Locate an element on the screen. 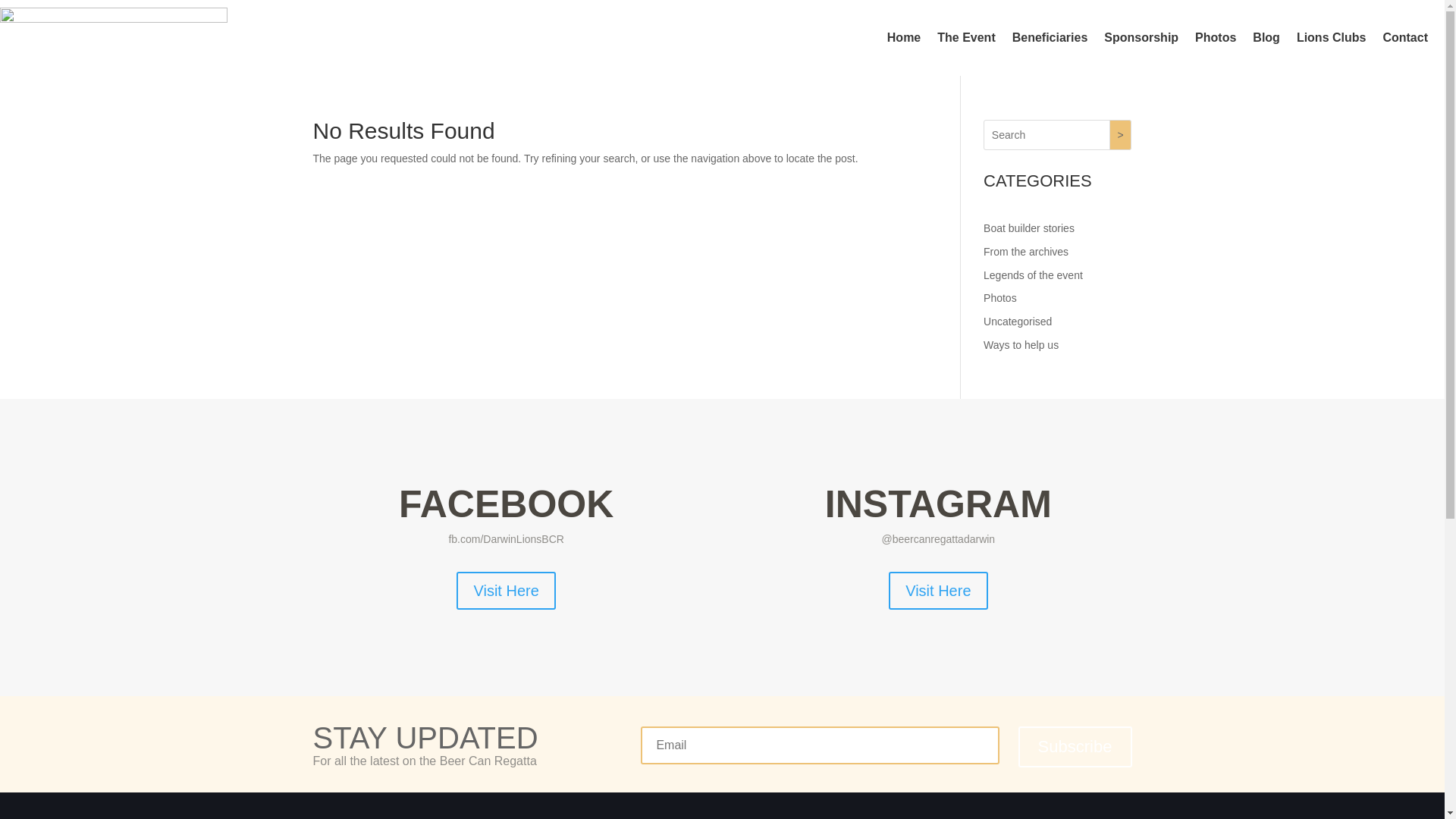  'Home' is located at coordinates (903, 37).